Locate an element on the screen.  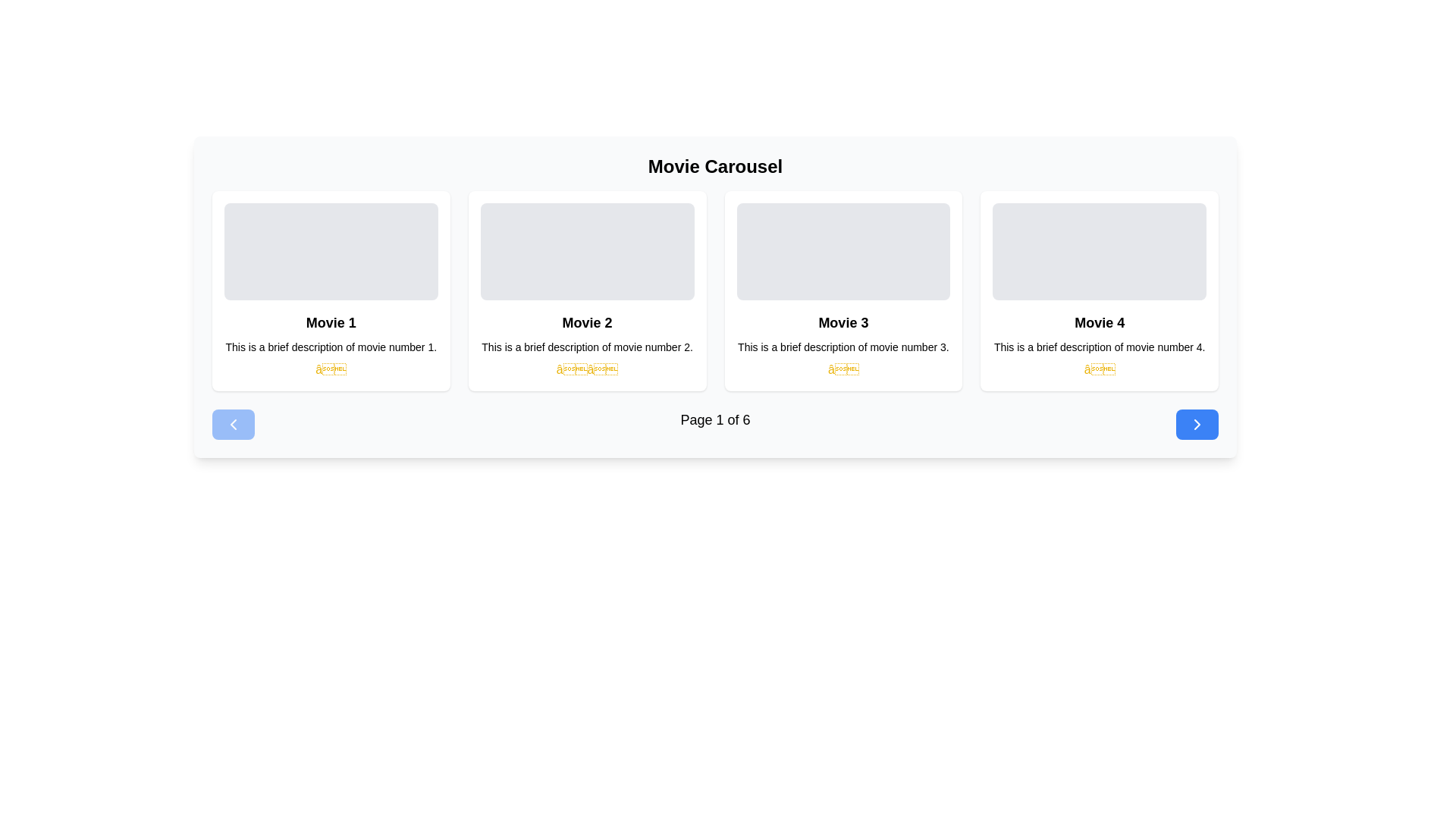
the rectangular image placeholder with rounded edges and a solid light gray background that is the topmost sibling in the card for 'Movie 2' is located at coordinates (586, 250).